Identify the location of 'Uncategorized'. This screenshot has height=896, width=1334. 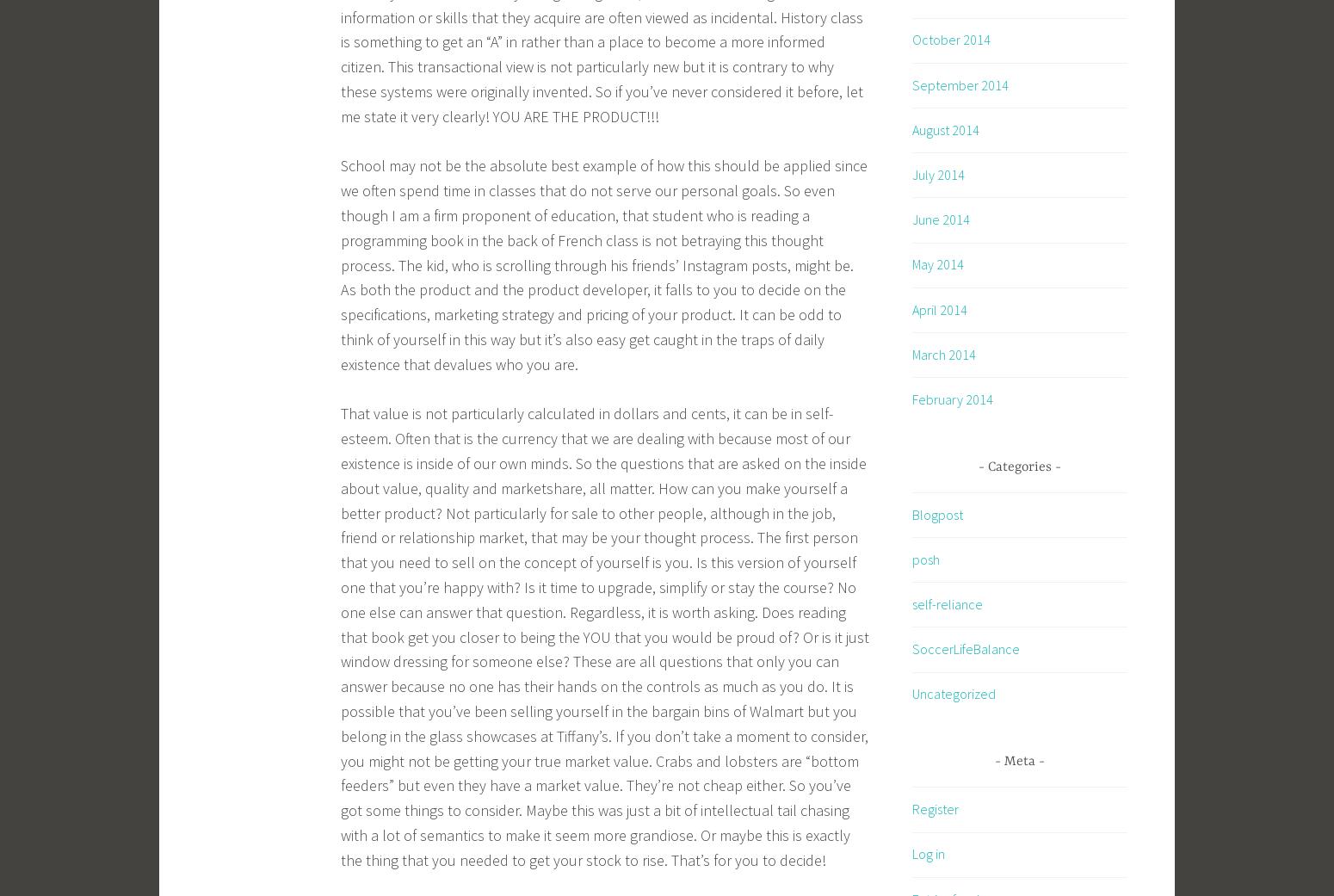
(953, 694).